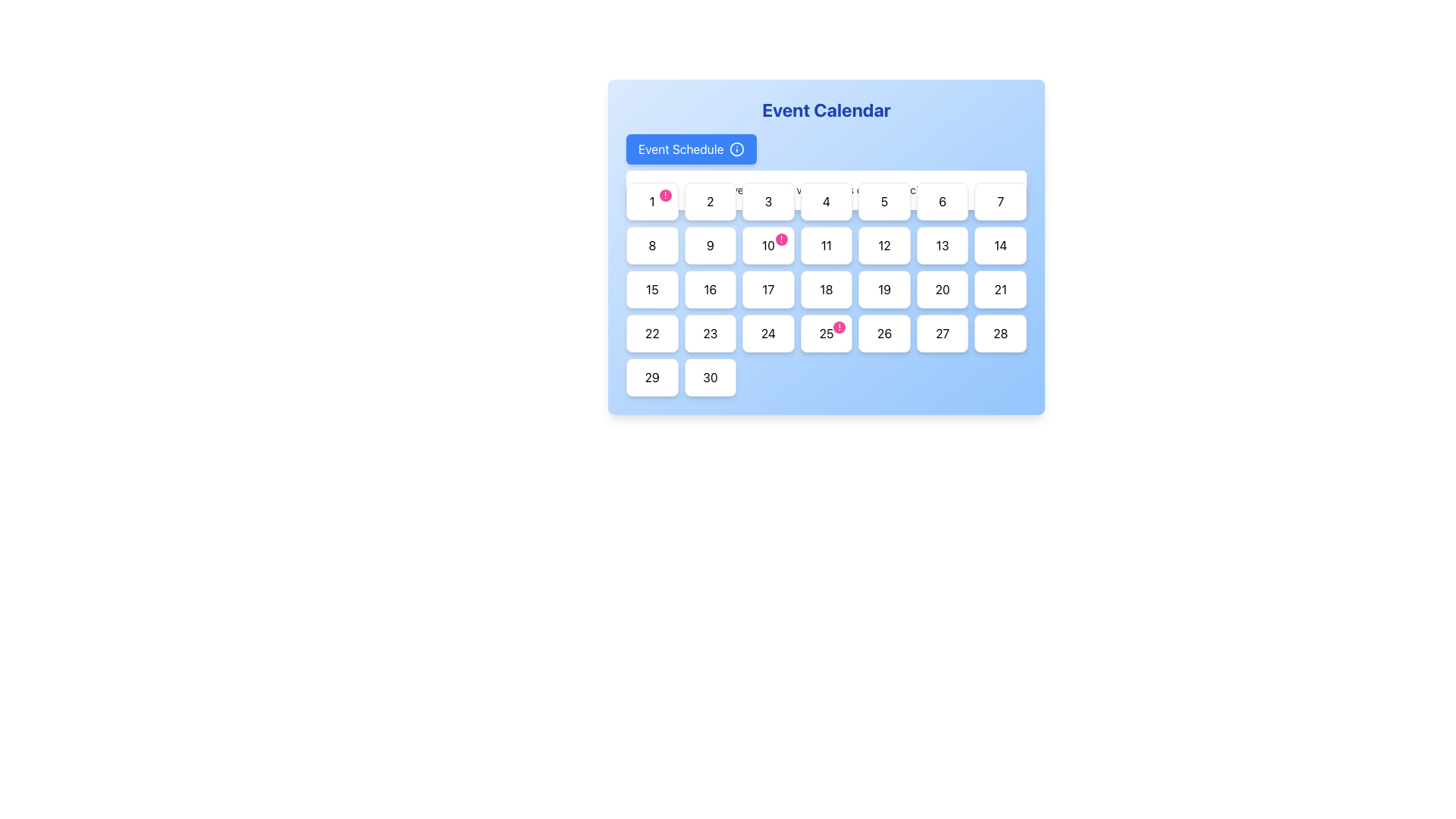 The height and width of the screenshot is (819, 1456). What do you see at coordinates (652, 376) in the screenshot?
I see `the square-shaped calendar day cell button displaying '29'` at bounding box center [652, 376].